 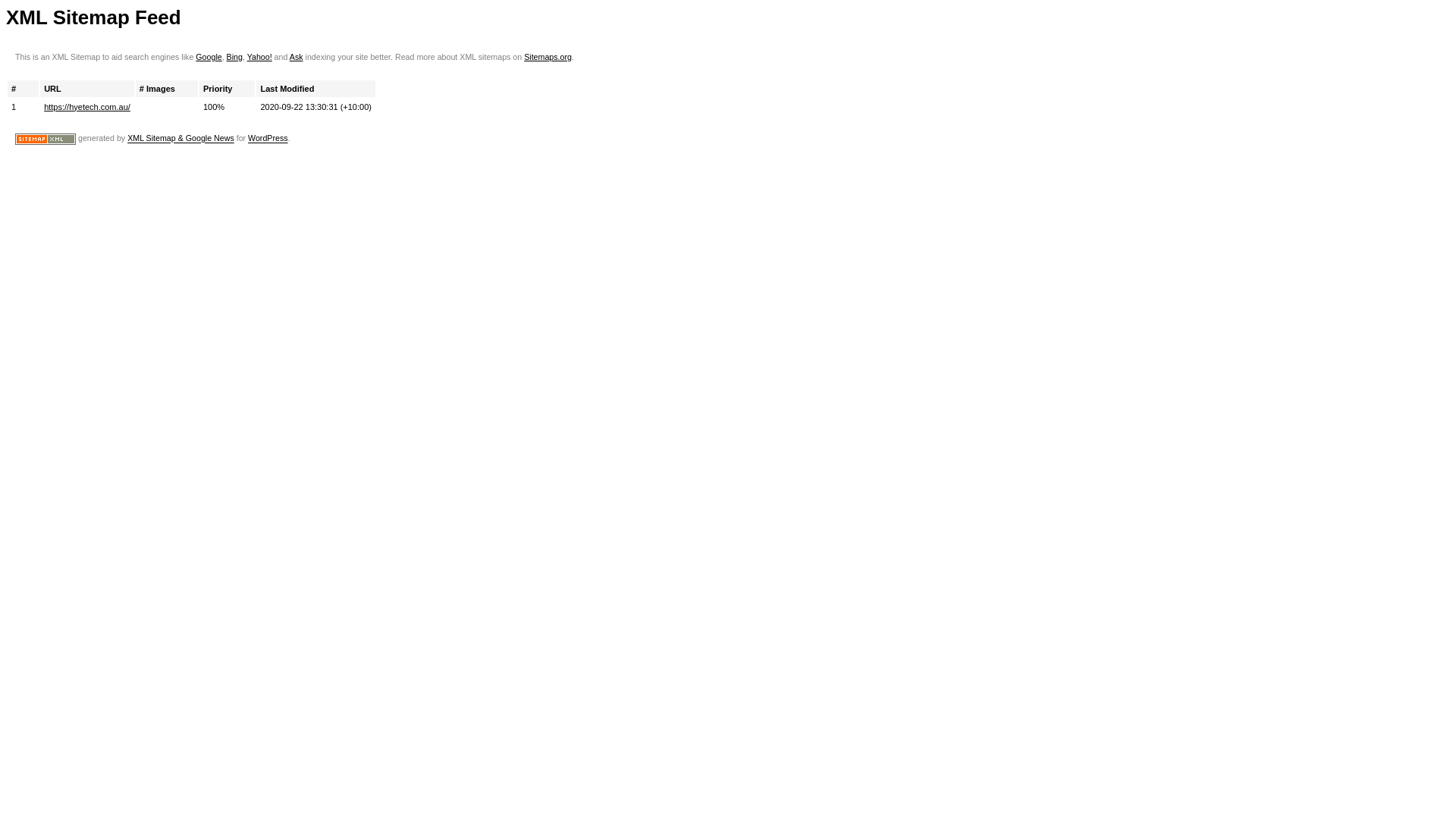 I want to click on 'XML Sitemap & Google News', so click(x=180, y=138).